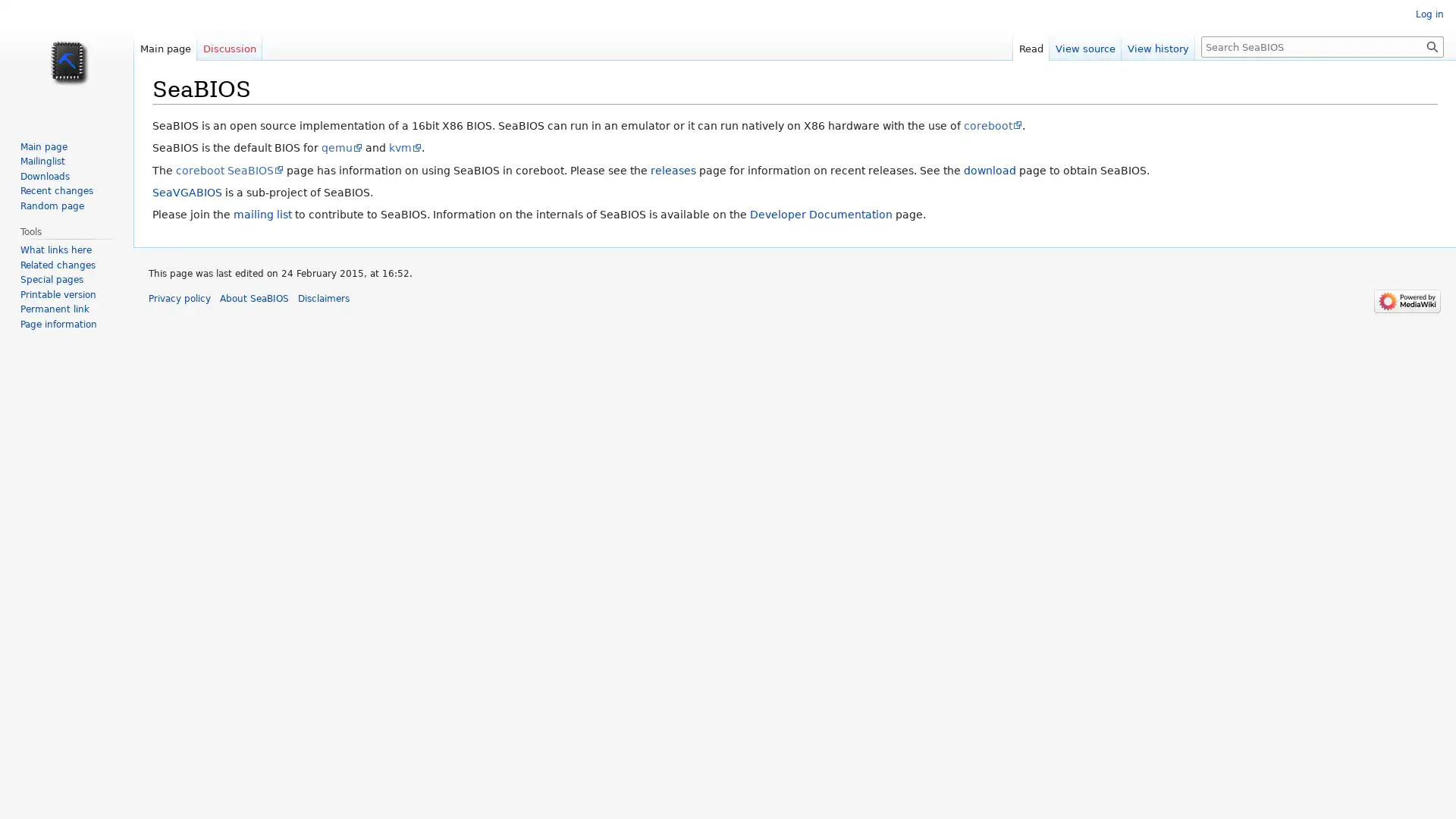  Describe the element at coordinates (1432, 45) in the screenshot. I see `Go` at that location.